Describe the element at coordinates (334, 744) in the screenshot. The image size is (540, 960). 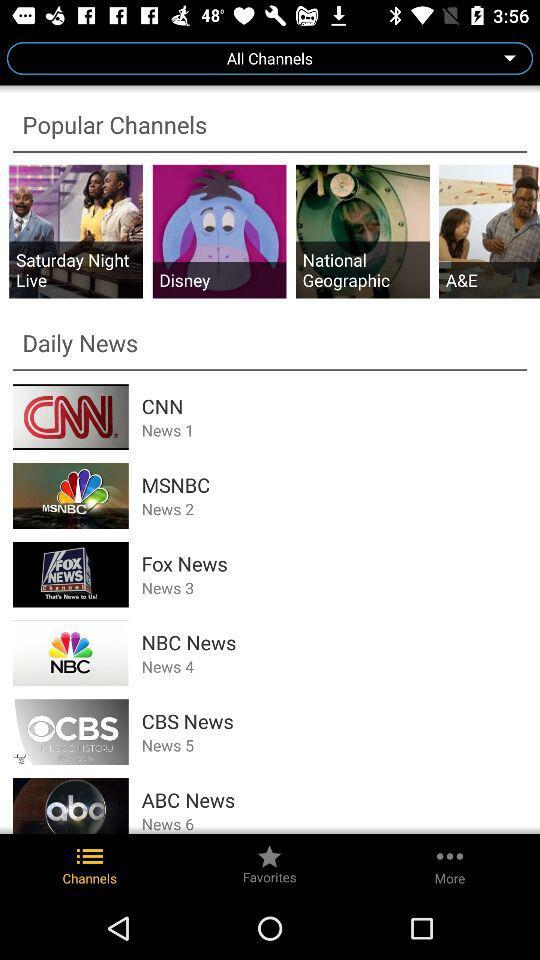
I see `the news 5 app` at that location.